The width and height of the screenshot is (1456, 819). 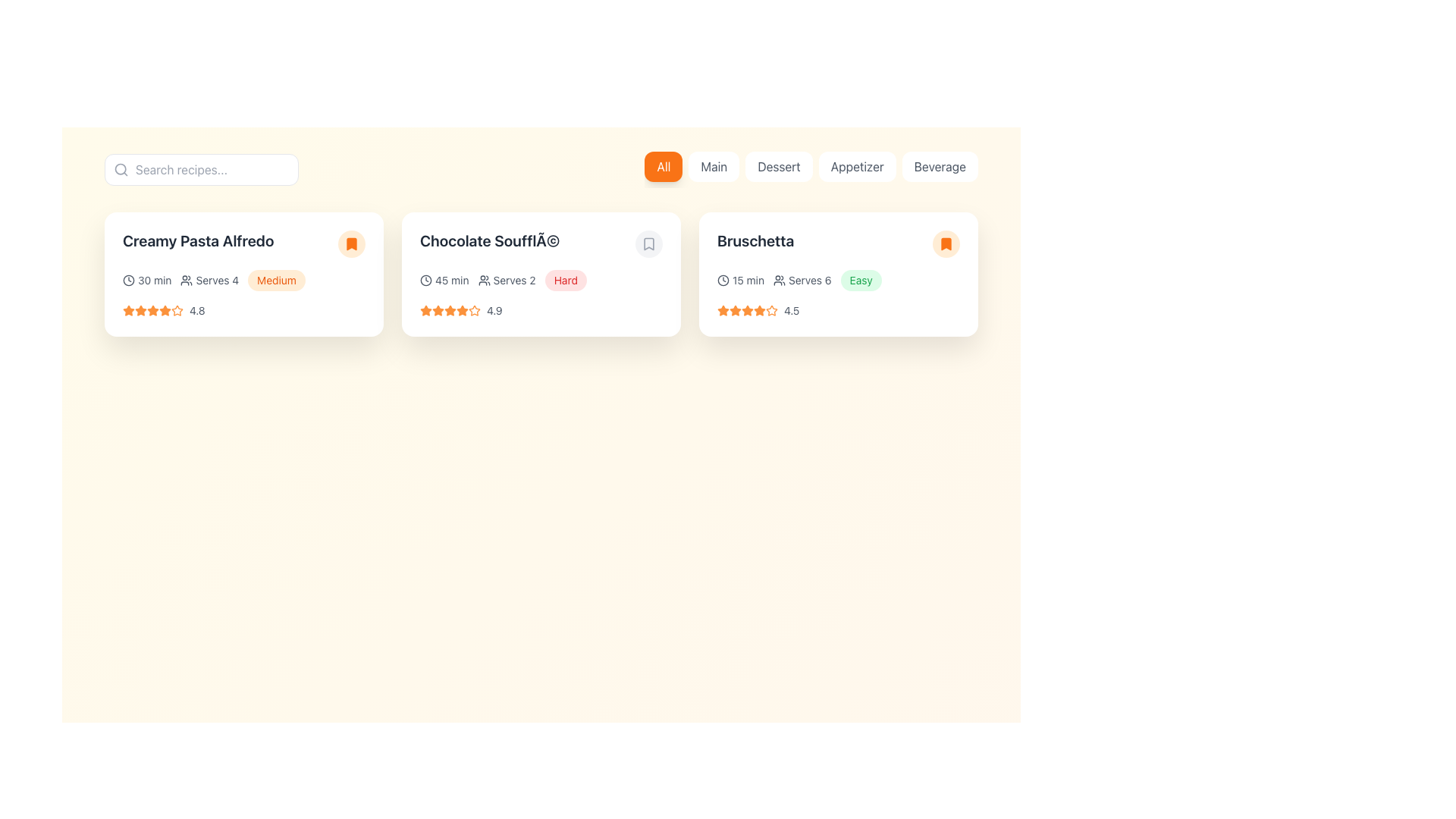 What do you see at coordinates (128, 309) in the screenshot?
I see `the first star icon in the row of five stars for rating, located at the bottom-left section of the 'Creamy Pasta Alfredo' card` at bounding box center [128, 309].